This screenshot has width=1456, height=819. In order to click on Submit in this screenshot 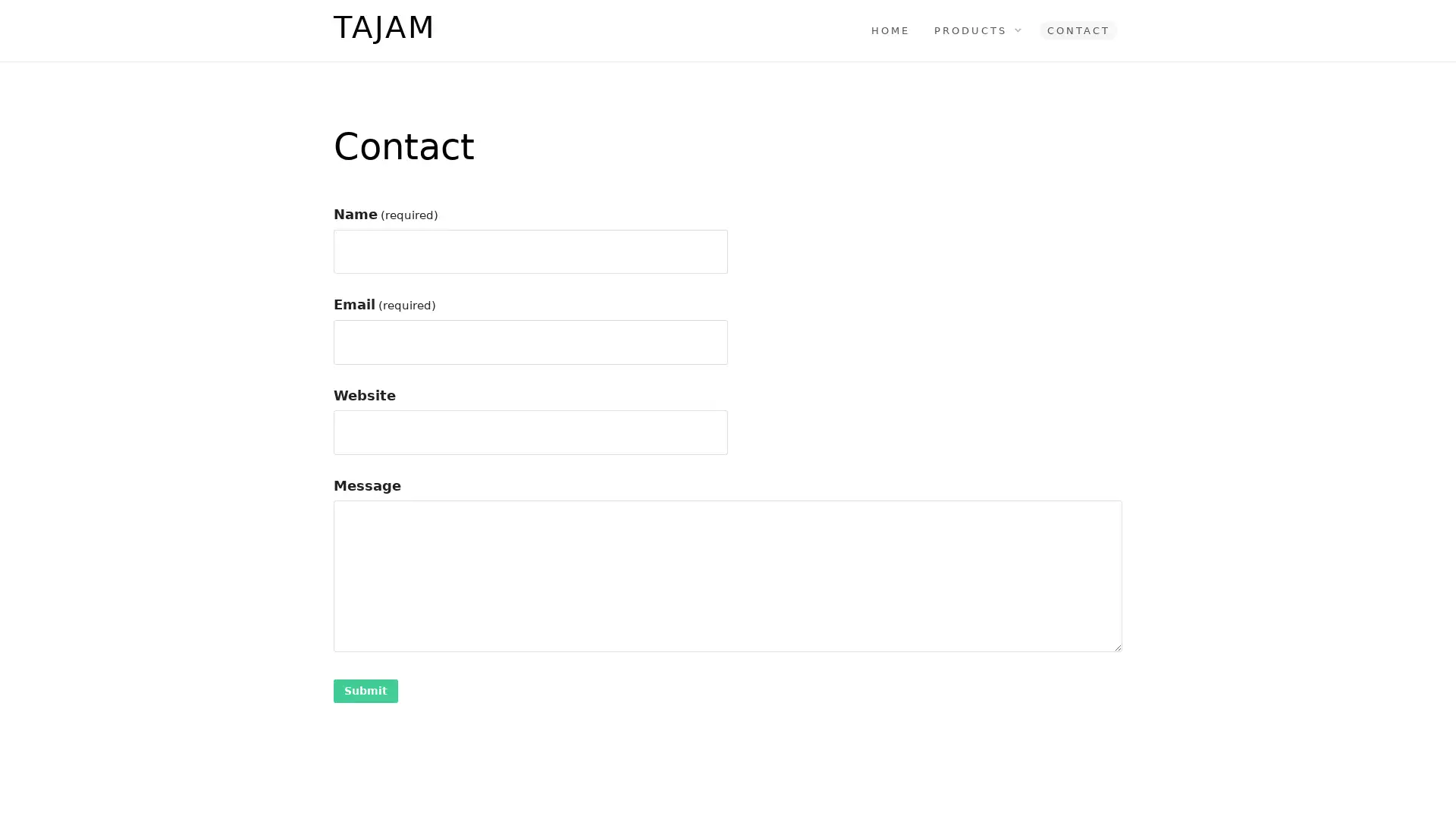, I will do `click(366, 690)`.